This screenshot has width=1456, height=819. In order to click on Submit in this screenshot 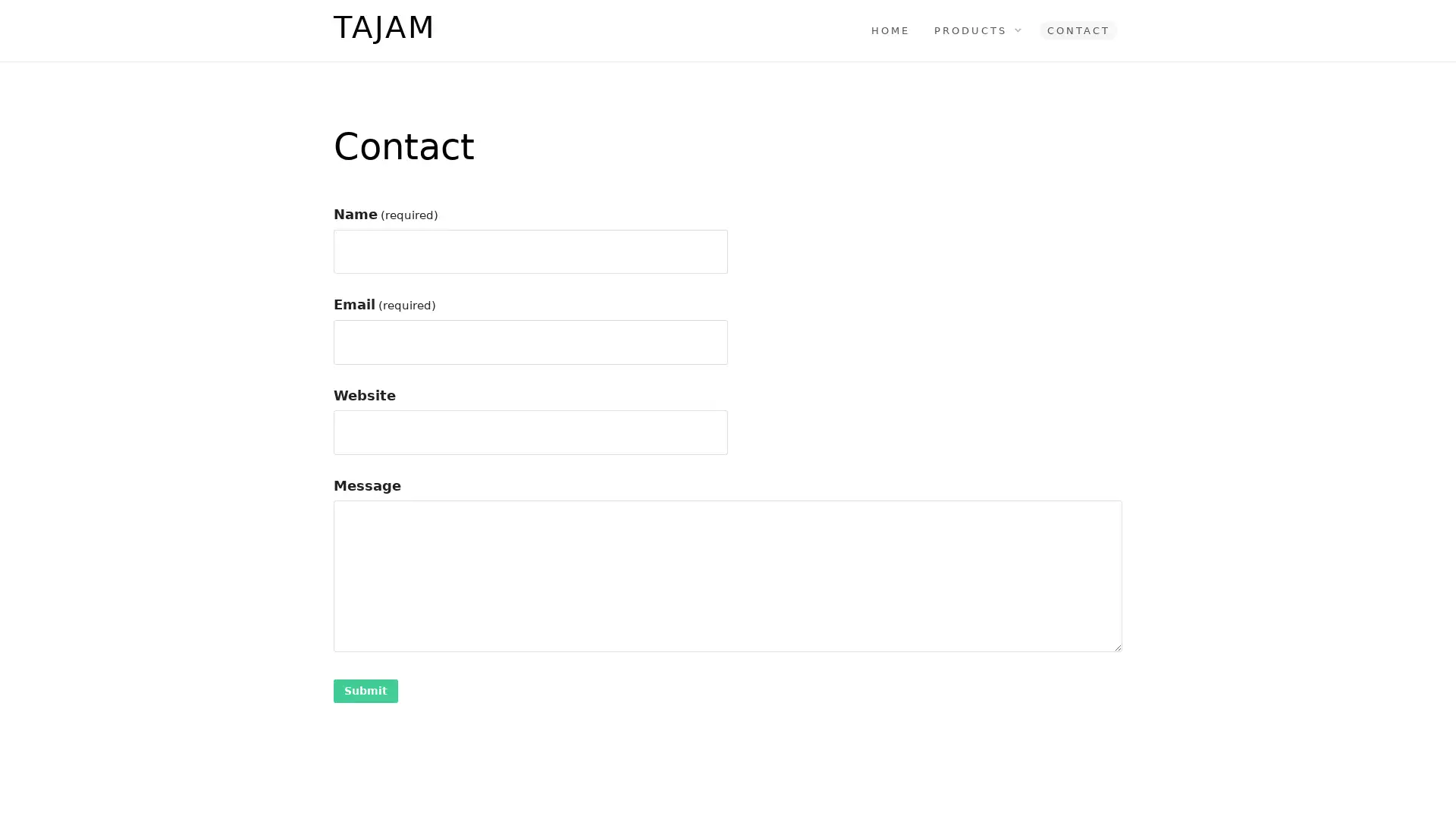, I will do `click(366, 690)`.